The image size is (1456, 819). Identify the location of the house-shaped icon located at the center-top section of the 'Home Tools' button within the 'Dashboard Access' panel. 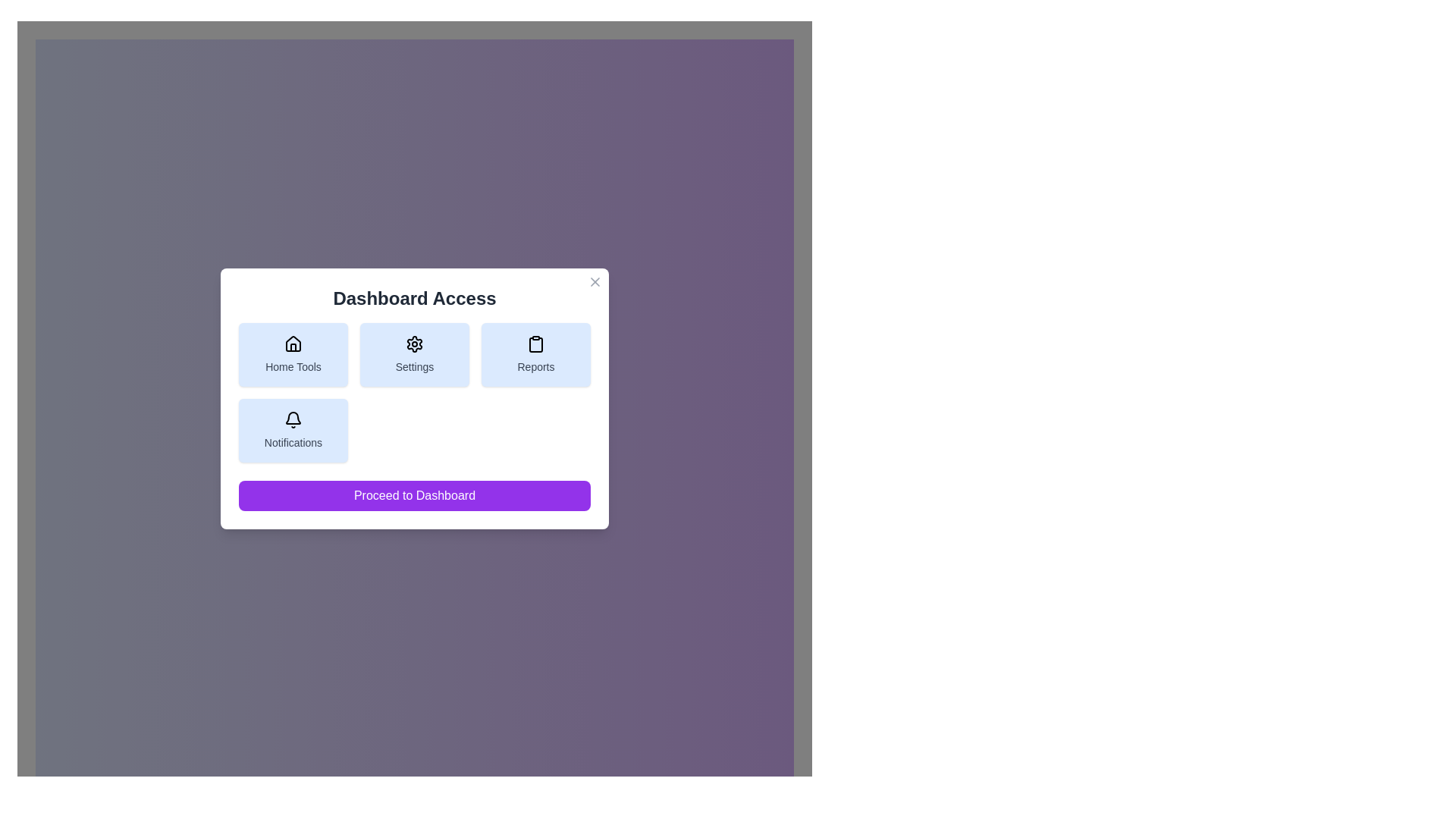
(293, 344).